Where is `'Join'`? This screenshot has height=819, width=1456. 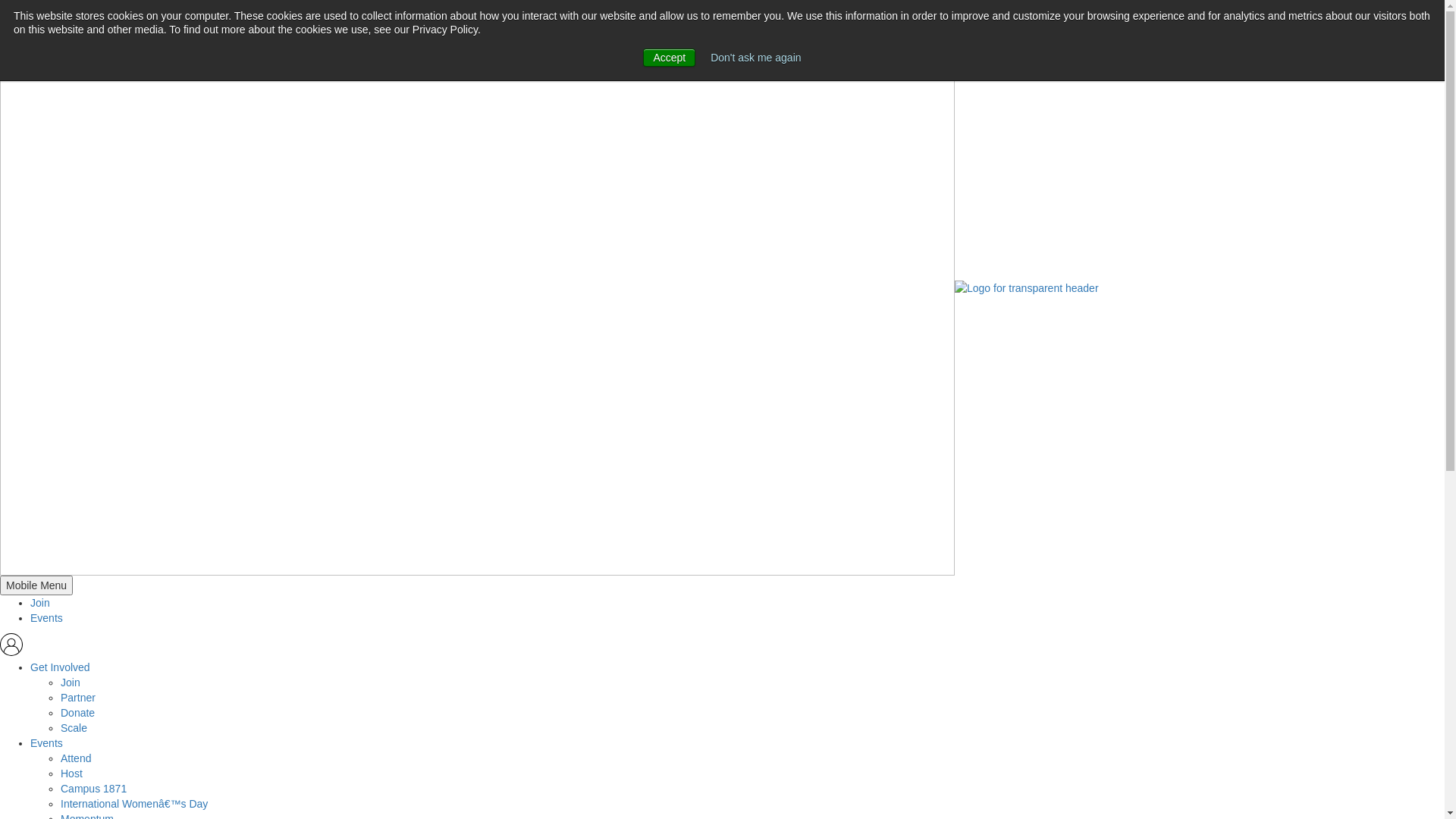
'Join' is located at coordinates (61, 681).